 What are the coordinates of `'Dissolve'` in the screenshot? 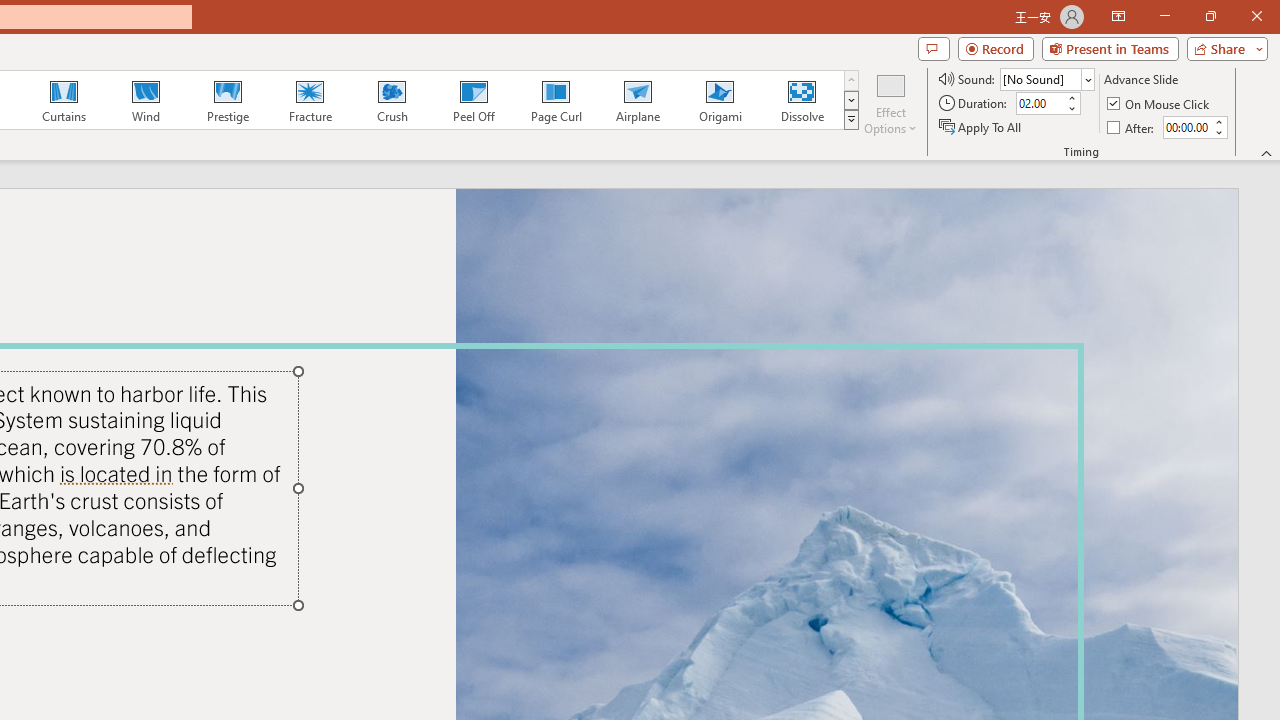 It's located at (802, 100).